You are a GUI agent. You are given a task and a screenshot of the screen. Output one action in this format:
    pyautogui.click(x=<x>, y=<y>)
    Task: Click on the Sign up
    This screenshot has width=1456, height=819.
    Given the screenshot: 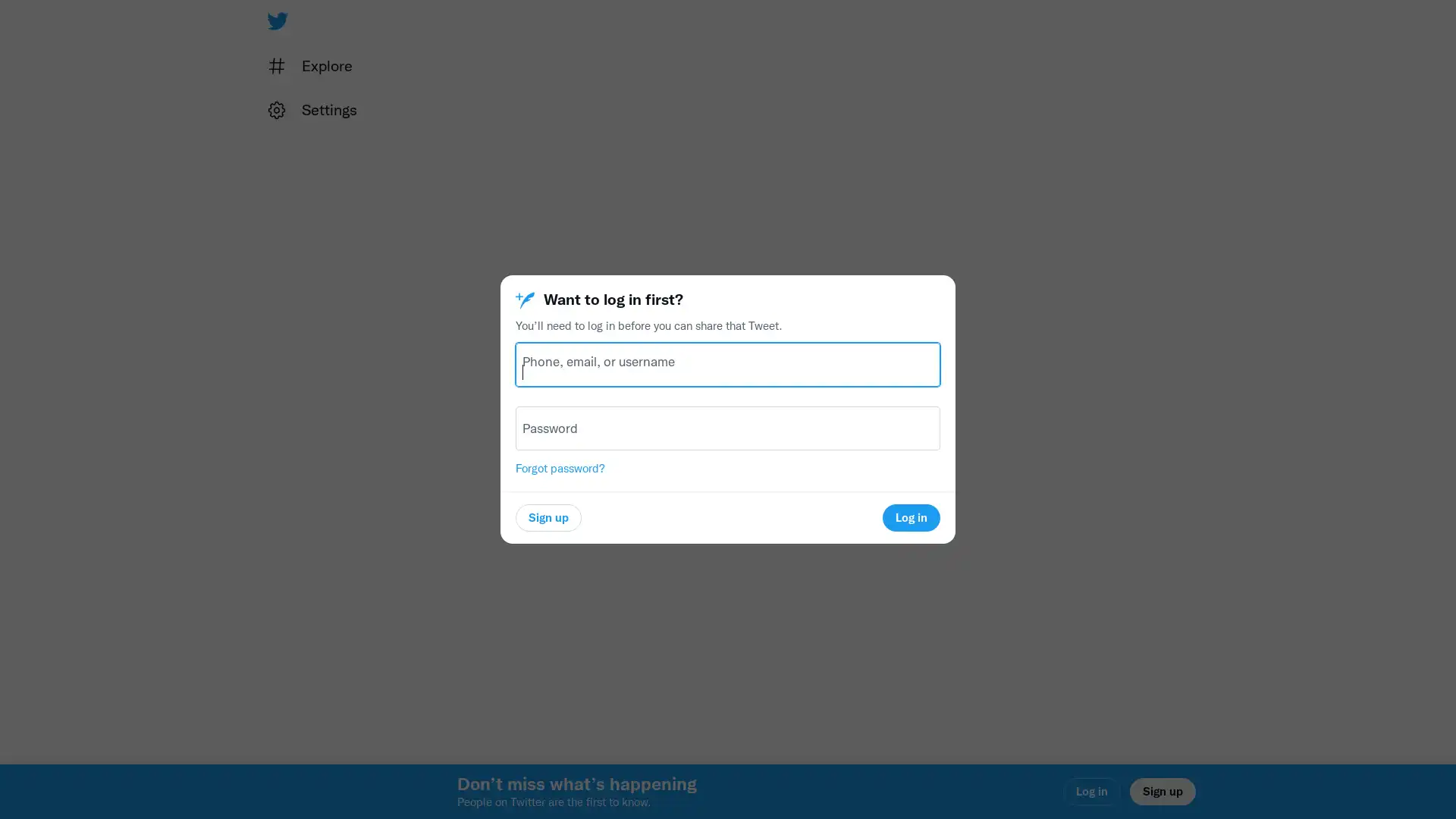 What is the action you would take?
    pyautogui.click(x=548, y=516)
    